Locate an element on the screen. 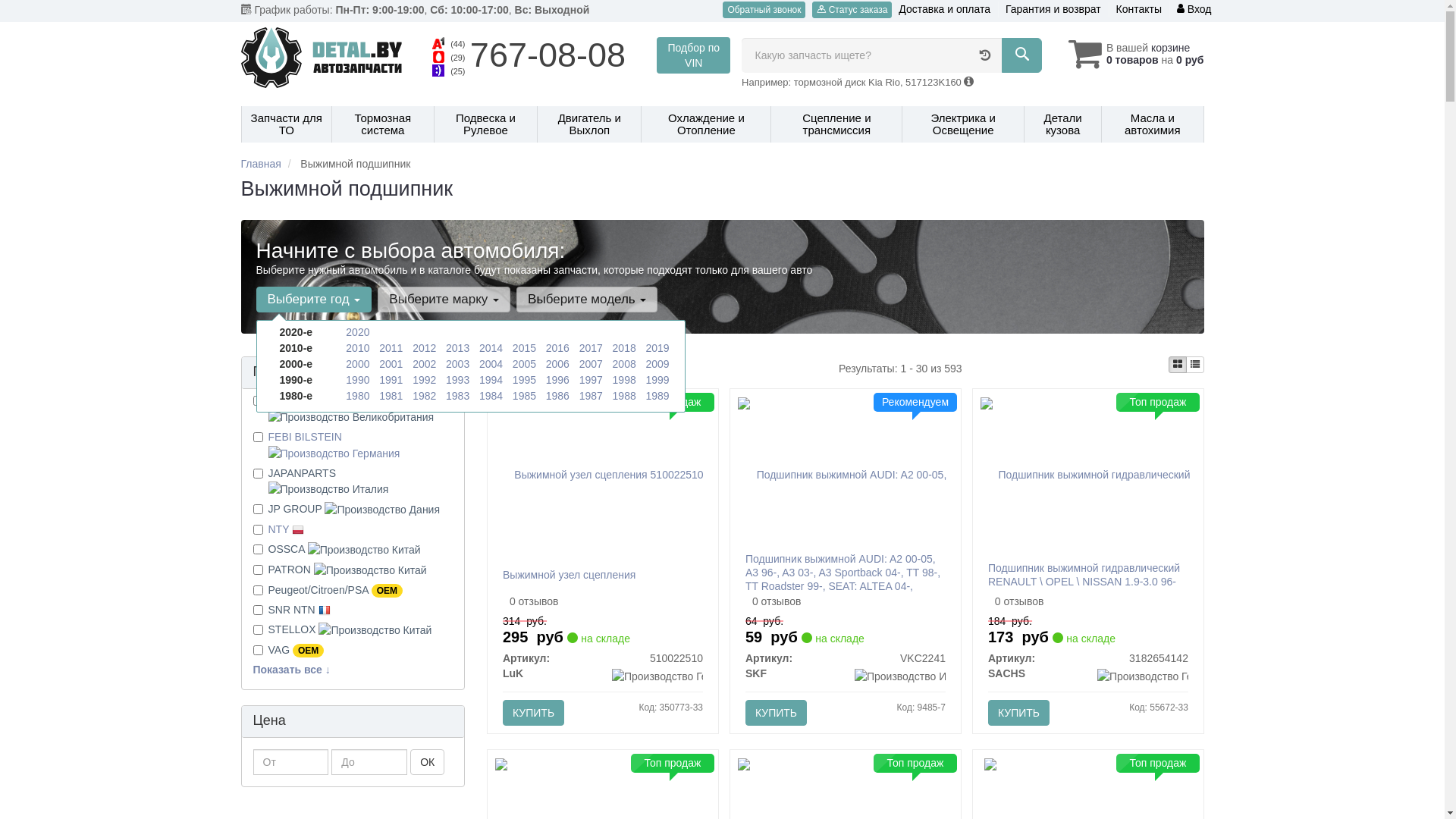 The width and height of the screenshot is (1456, 819). '2012' is located at coordinates (424, 348).